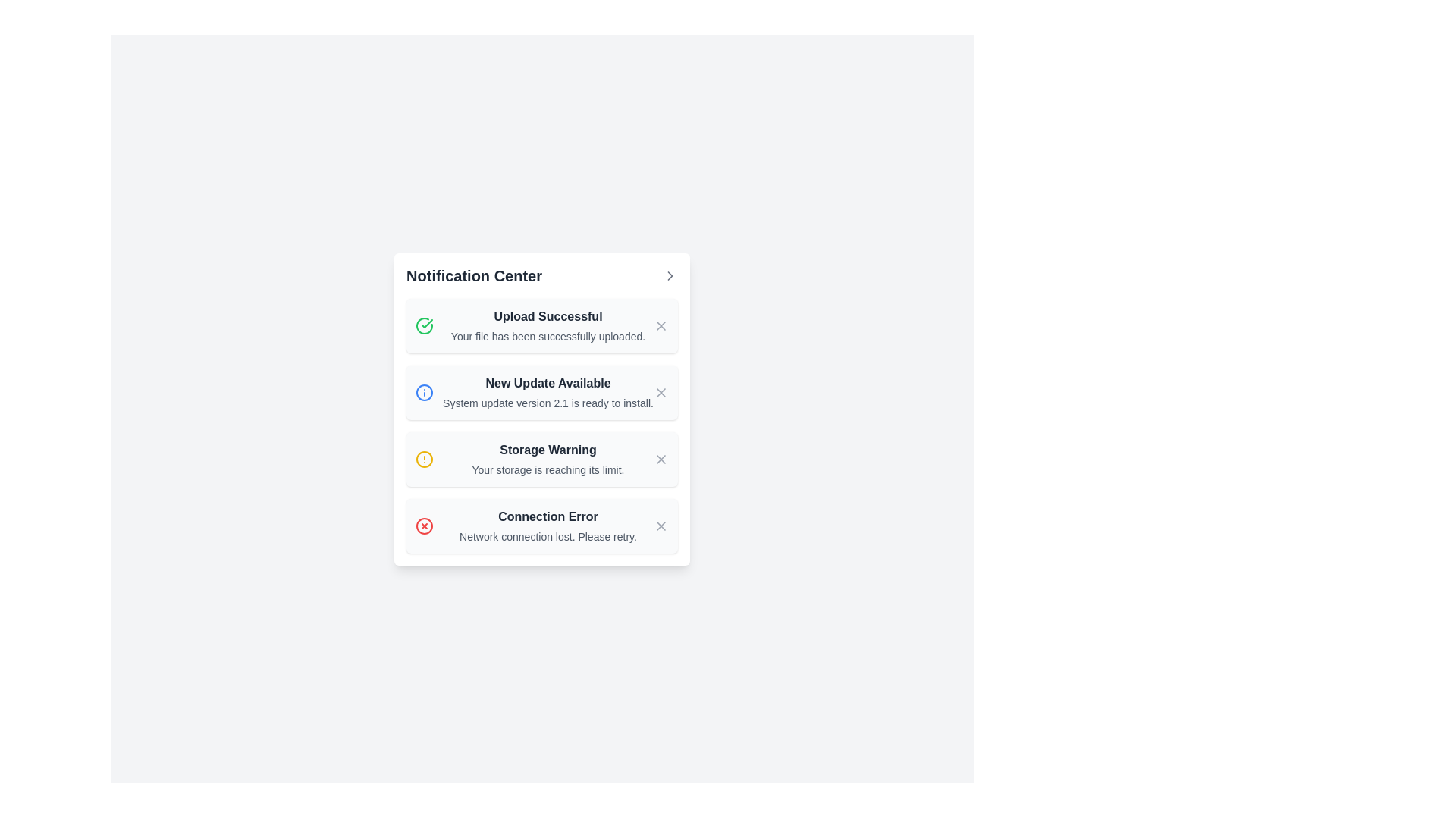 This screenshot has width=1456, height=819. Describe the element at coordinates (425, 525) in the screenshot. I see `the network connection error graphic icon located in the fourth row of the notification panel, labeled 'Connection Error'` at that location.